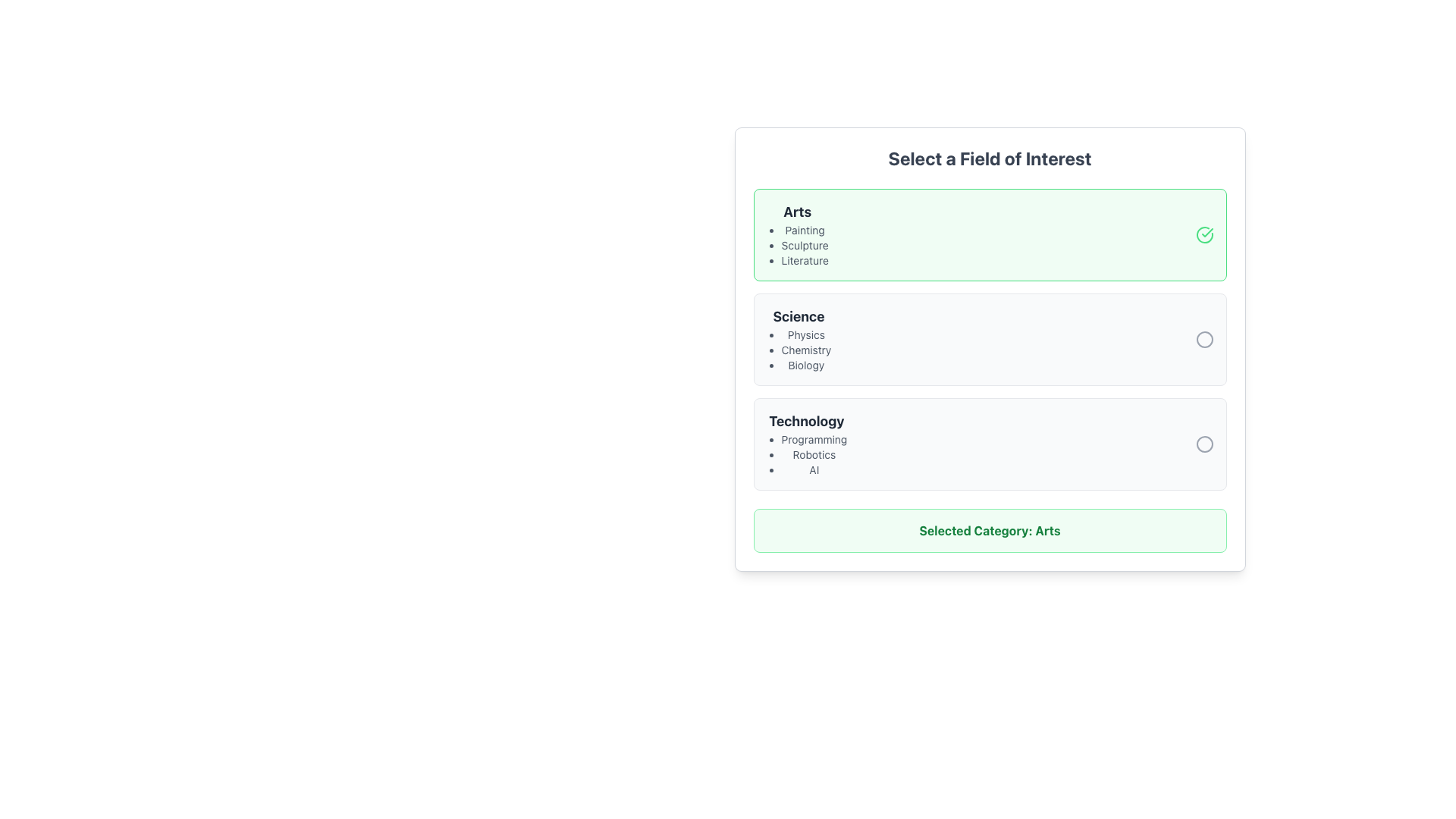 This screenshot has width=1456, height=819. Describe the element at coordinates (813, 469) in the screenshot. I see `the text element labeled 'AI' in the 'Technology' category` at that location.